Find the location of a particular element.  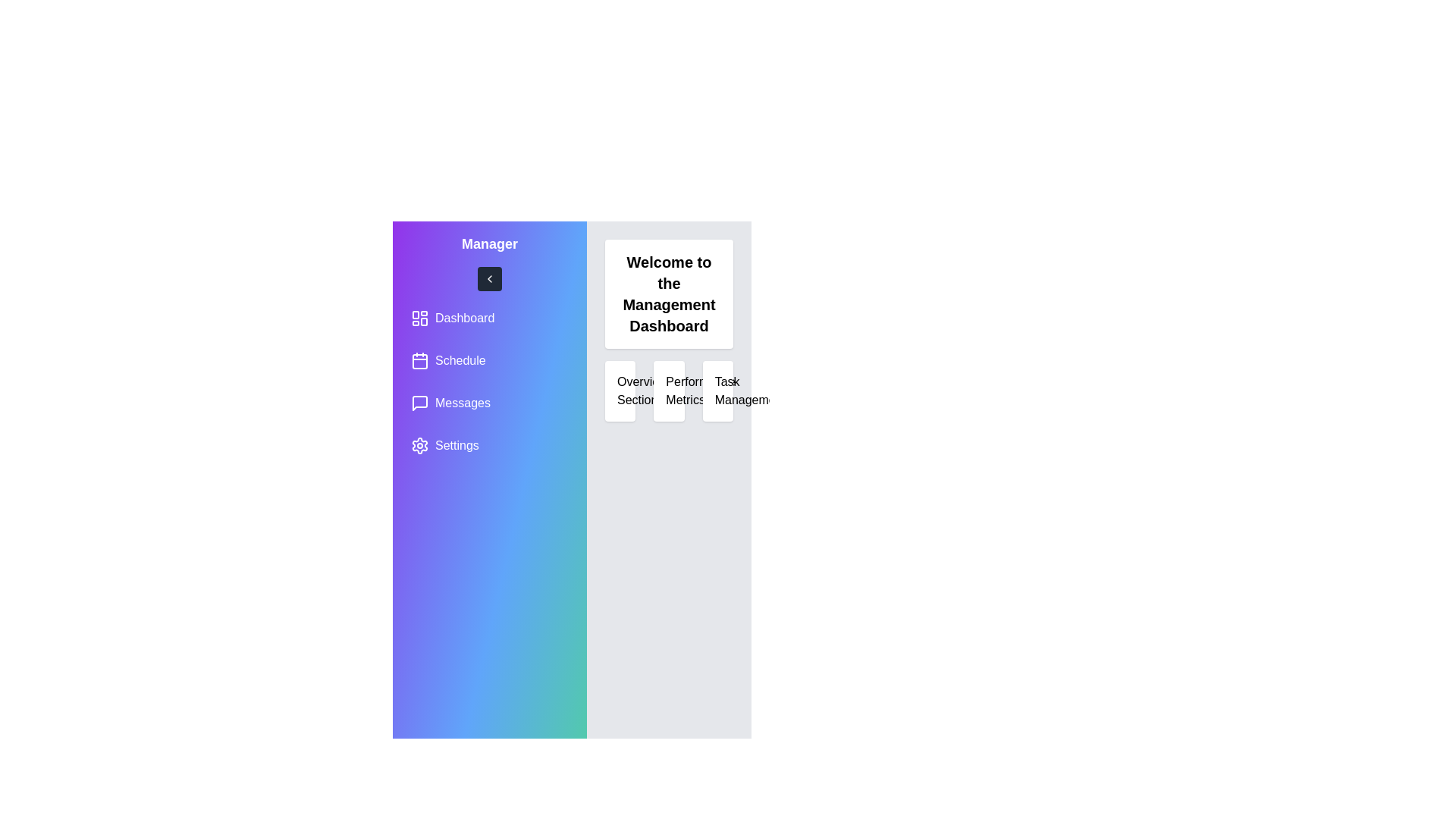

the purple rounded rectangle of the calendar icon located in the sidebar navigation menu under the 'Schedule' label is located at coordinates (419, 362).